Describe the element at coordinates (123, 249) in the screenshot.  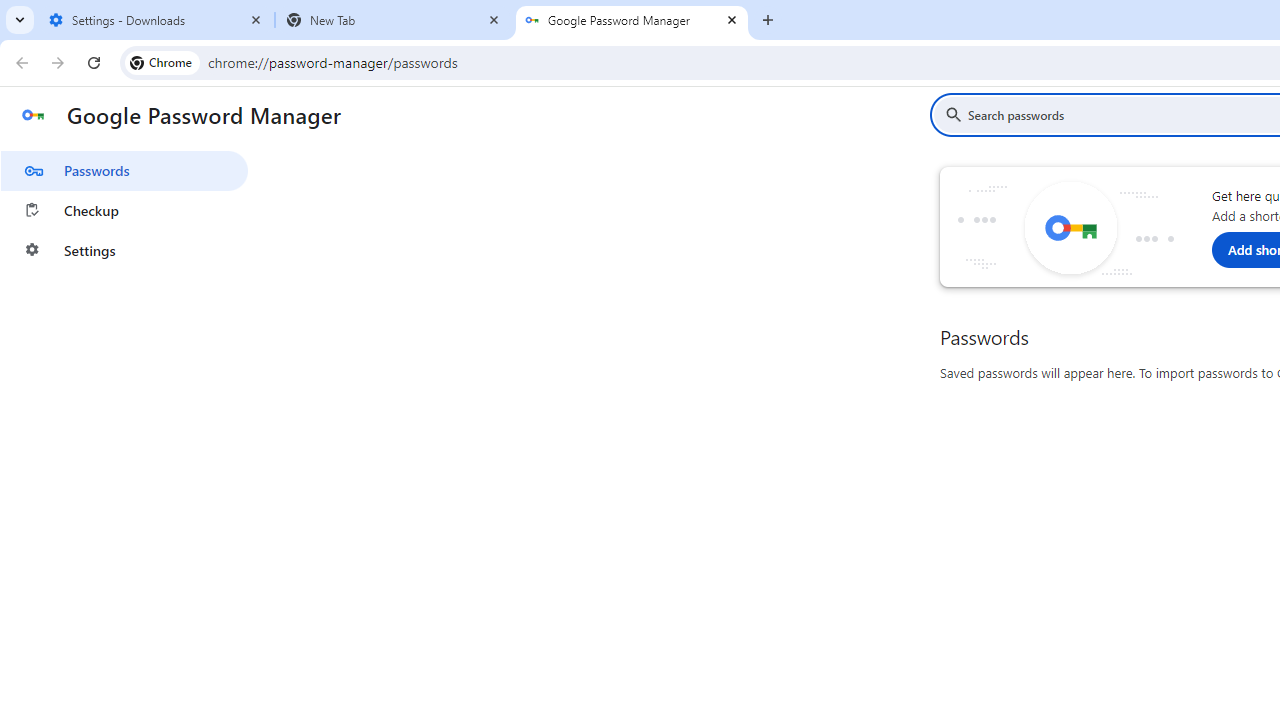
I see `'Settings'` at that location.